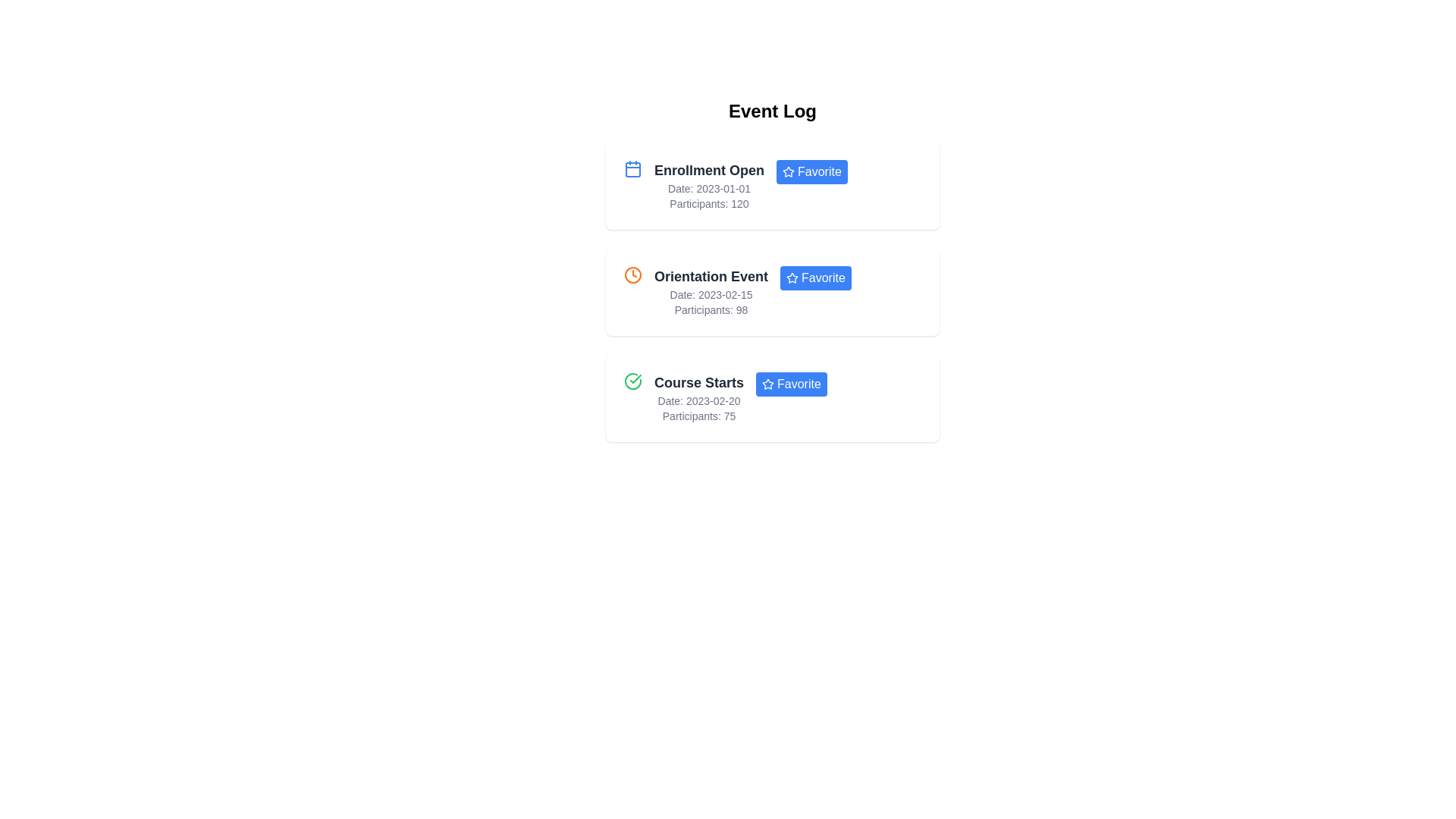 This screenshot has width=1456, height=819. Describe the element at coordinates (767, 383) in the screenshot. I see `the star-shaped icon with a blue outline to mark the related event as favorite` at that location.